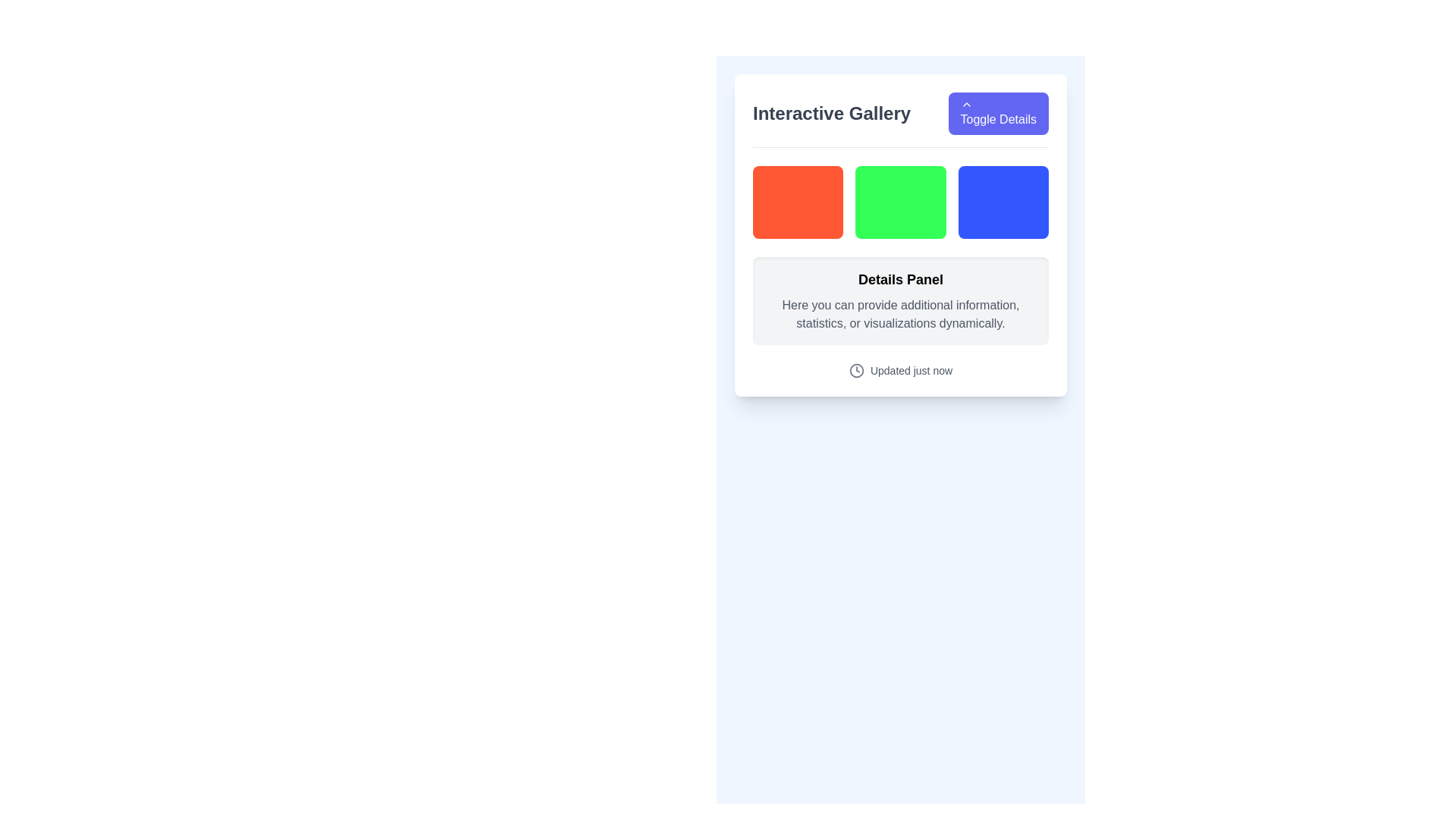 This screenshot has width=1456, height=819. I want to click on informational text block located below the 'Details Panel' heading, which contains additional information, statistics, or visualizations dynamically, so click(901, 314).